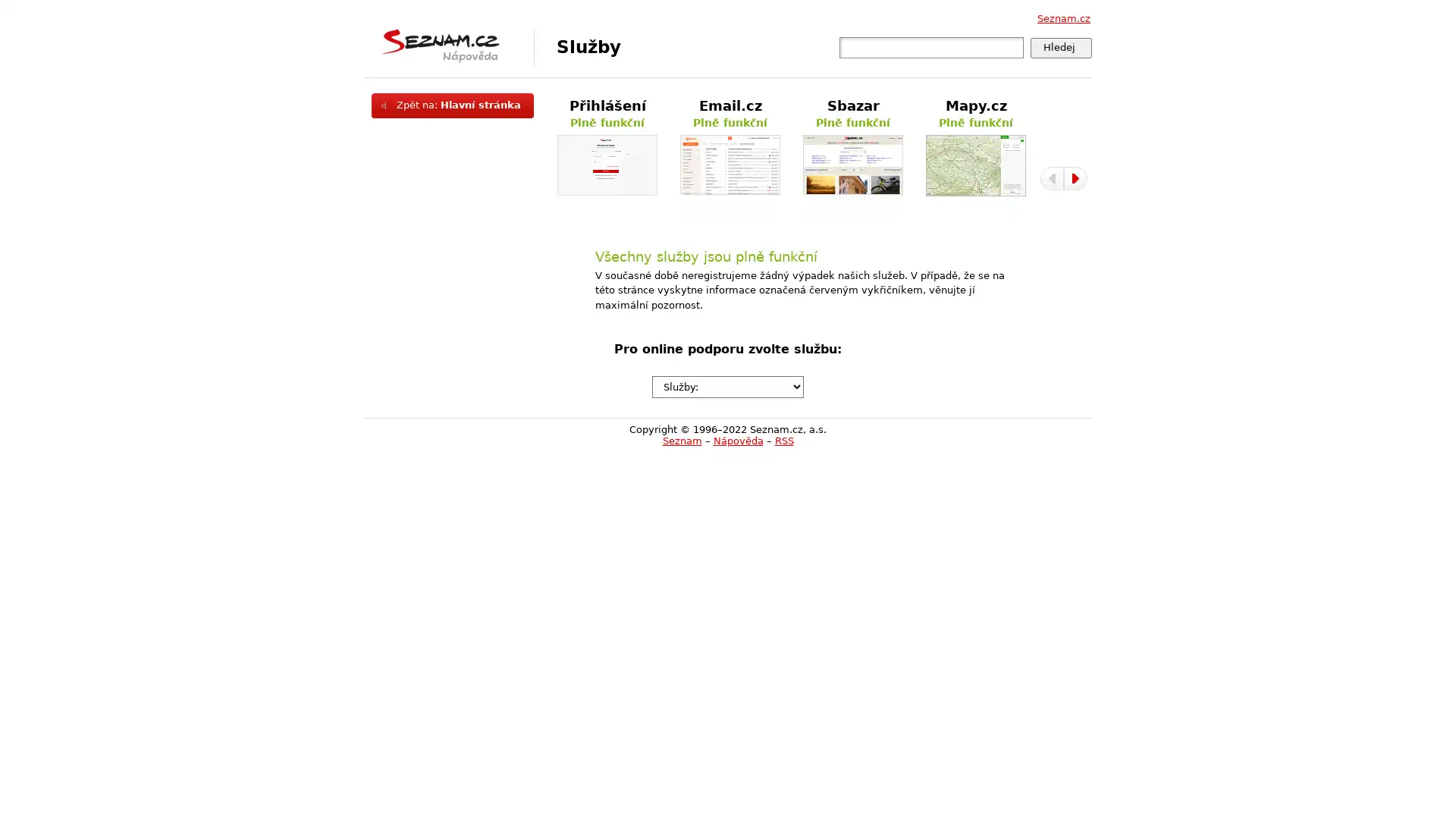  Describe the element at coordinates (1060, 46) in the screenshot. I see `Hledej` at that location.